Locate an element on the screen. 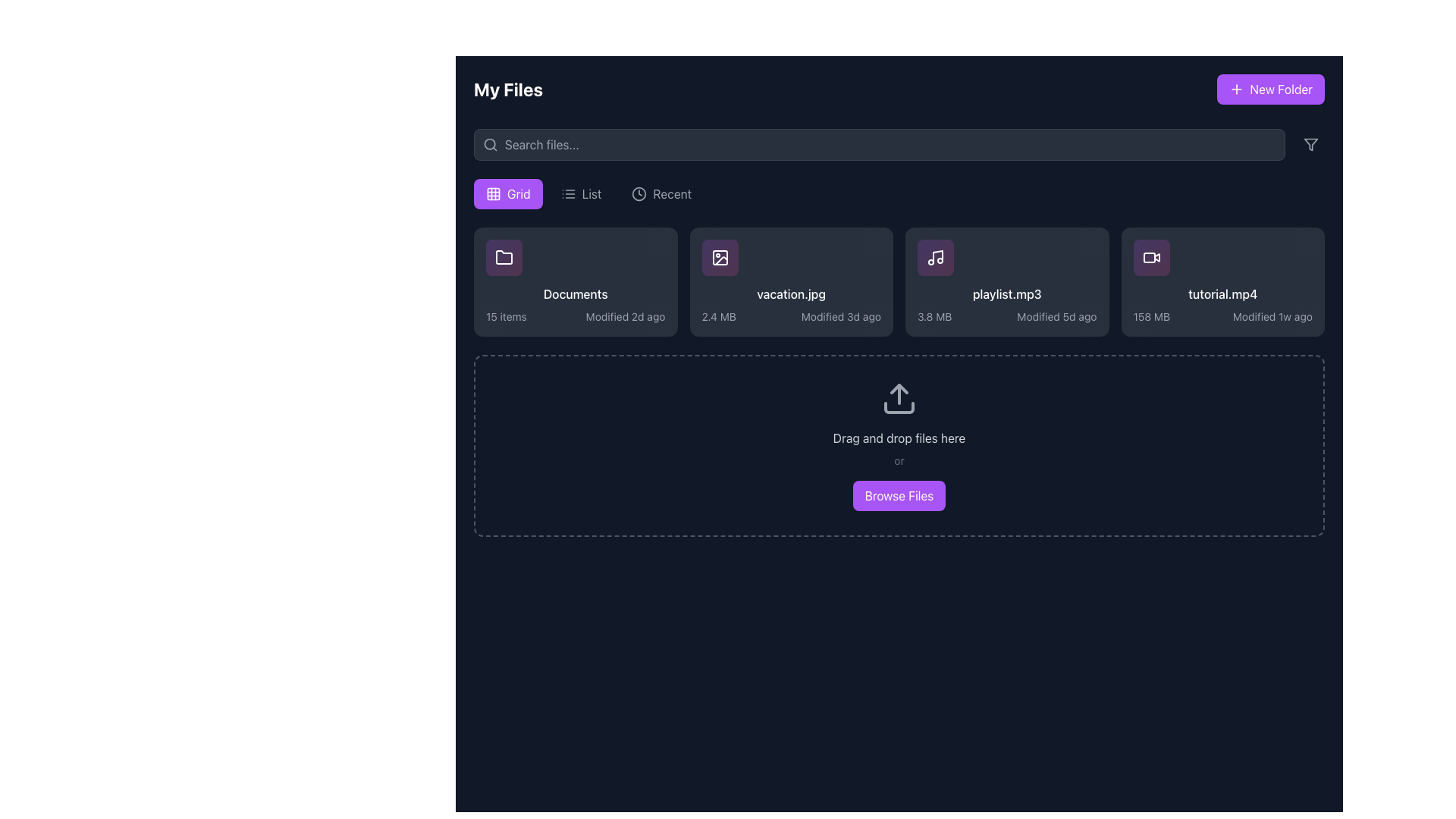  the button located at the bottom center of the bordered area labeled 'Drag and drop files here or Browse Files' to observe its hover effect is located at coordinates (899, 496).